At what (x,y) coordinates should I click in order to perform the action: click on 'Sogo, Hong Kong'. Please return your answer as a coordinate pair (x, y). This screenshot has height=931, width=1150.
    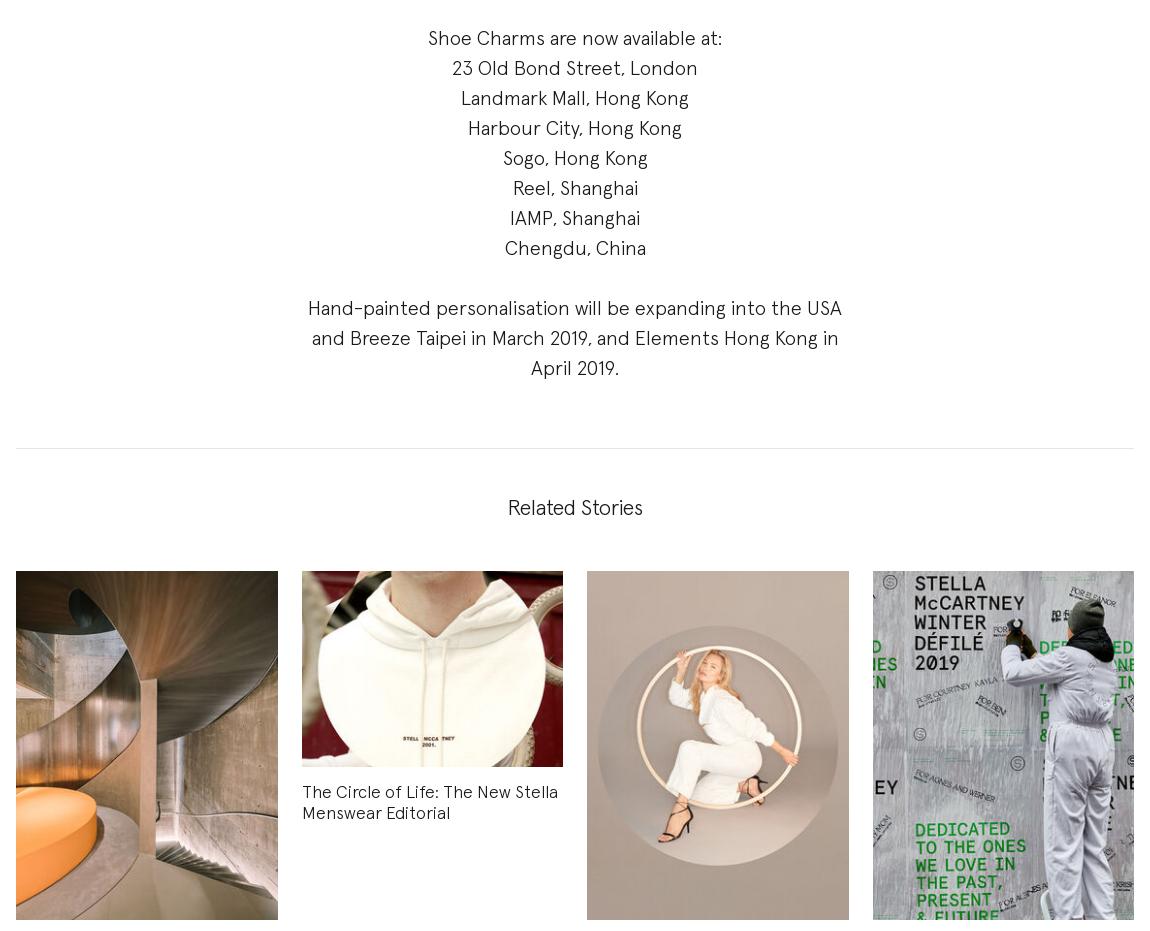
    Looking at the image, I should click on (574, 158).